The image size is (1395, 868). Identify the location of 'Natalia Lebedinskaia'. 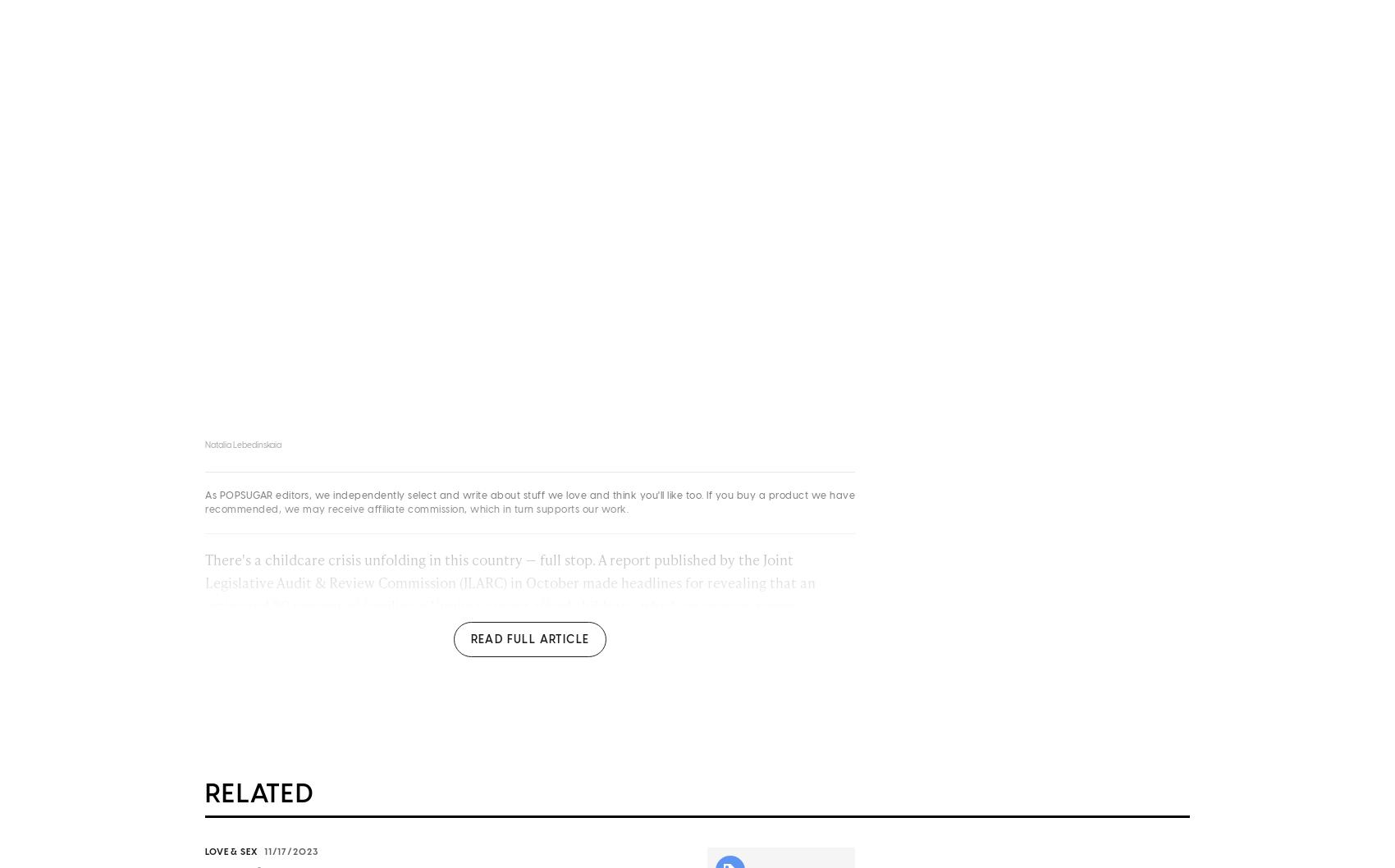
(205, 449).